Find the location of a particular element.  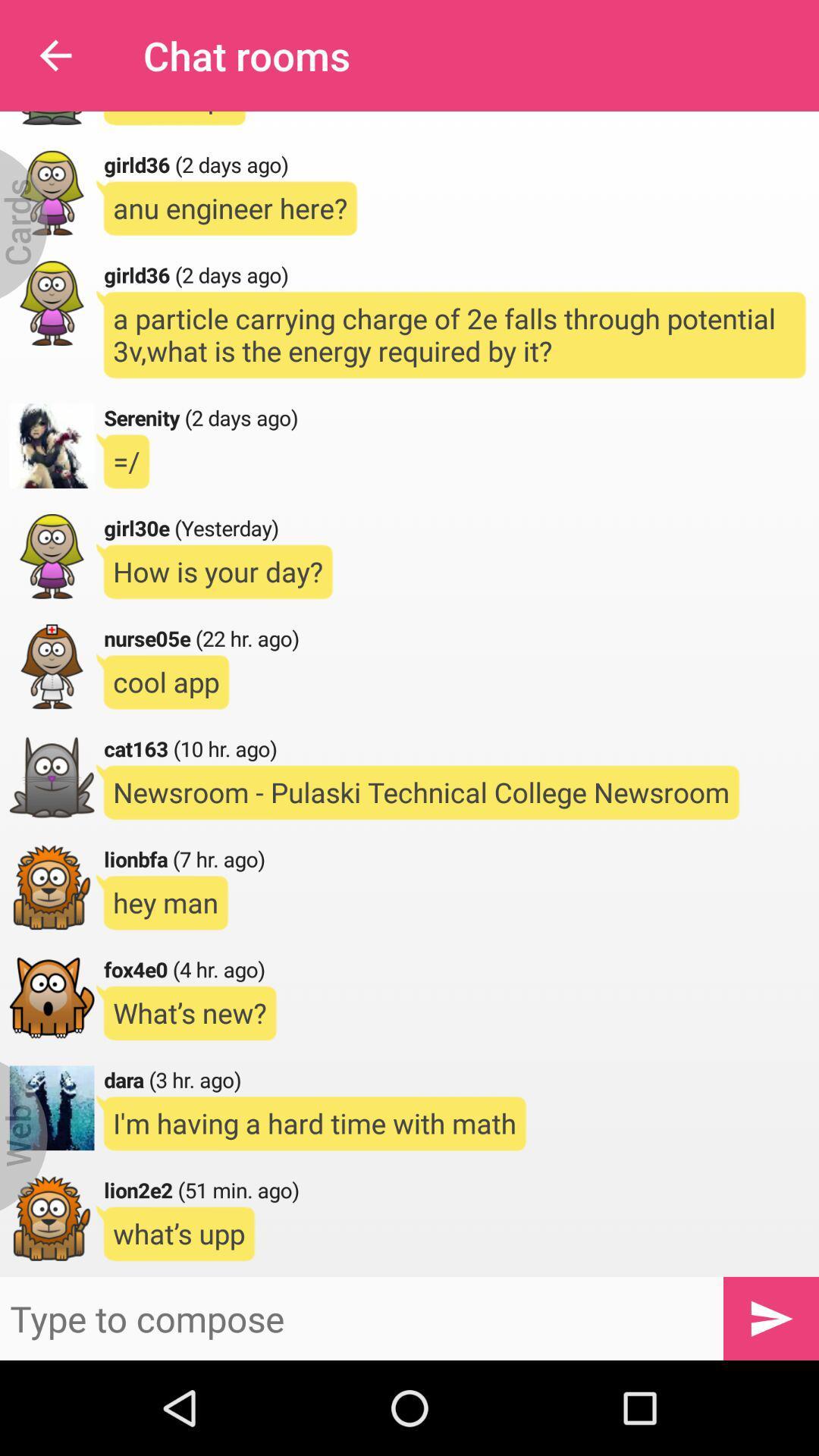

the send icon is located at coordinates (771, 1317).